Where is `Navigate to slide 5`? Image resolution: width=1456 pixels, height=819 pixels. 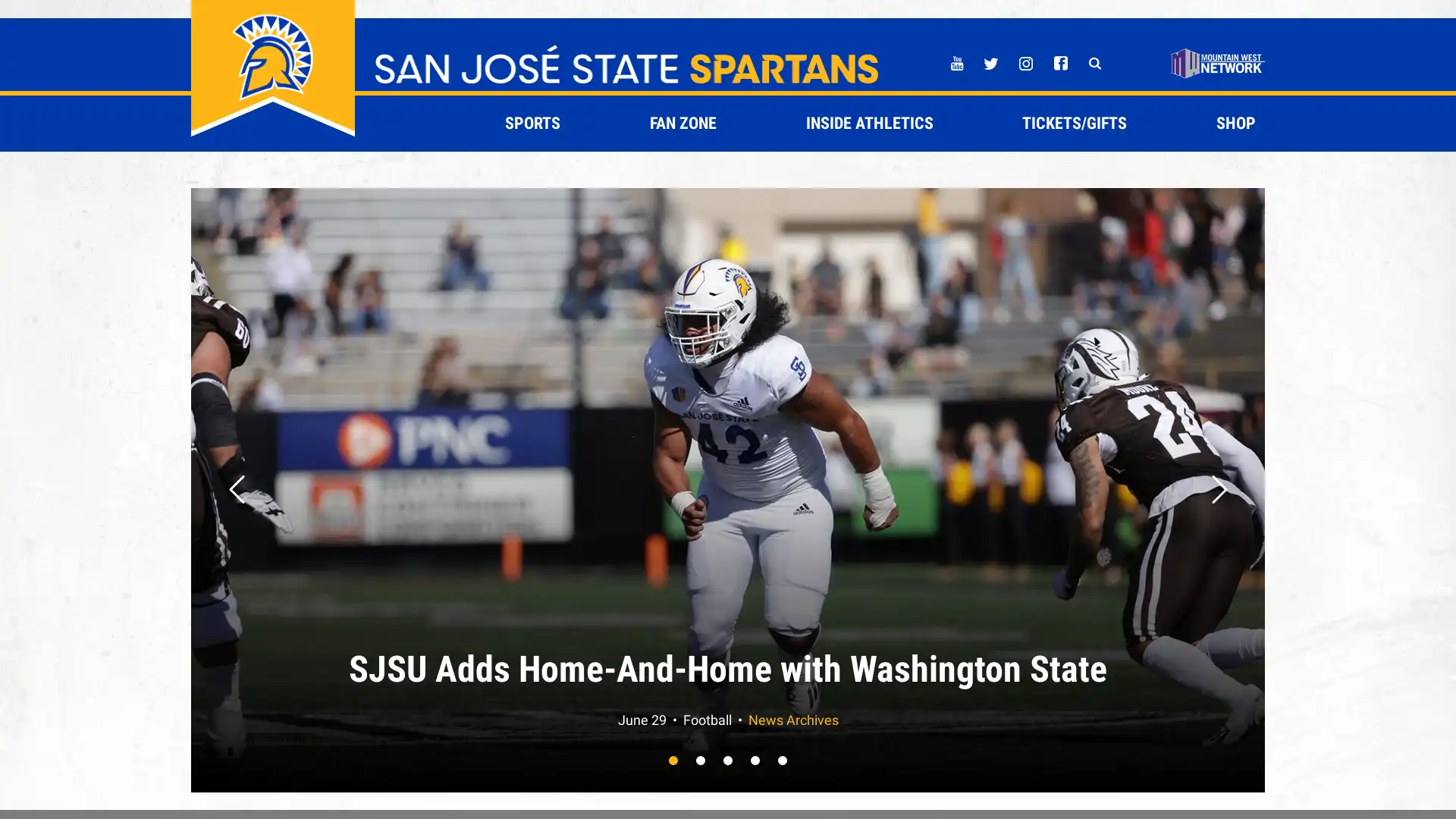
Navigate to slide 5 is located at coordinates (783, 760).